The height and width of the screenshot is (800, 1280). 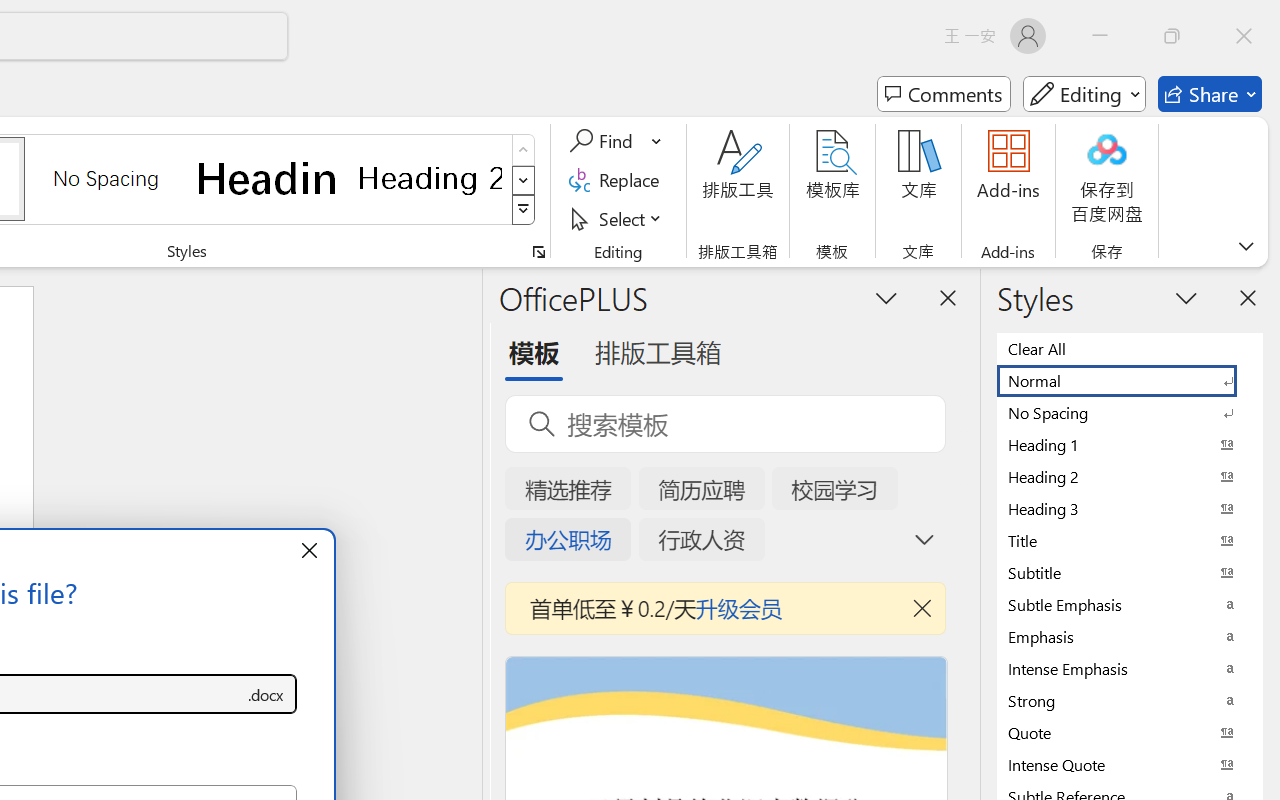 I want to click on 'Subtle Emphasis', so click(x=1130, y=604).